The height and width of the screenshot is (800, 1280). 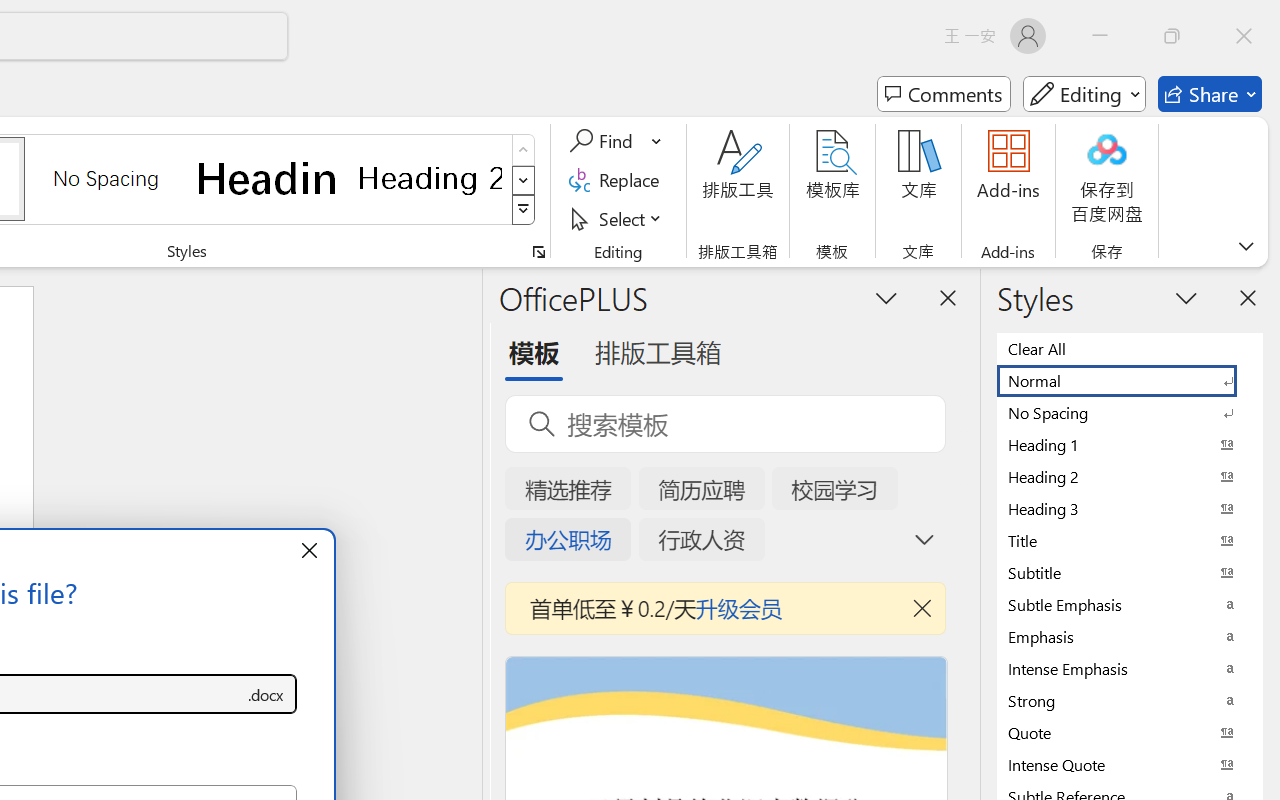 I want to click on 'Subtle Emphasis', so click(x=1130, y=604).